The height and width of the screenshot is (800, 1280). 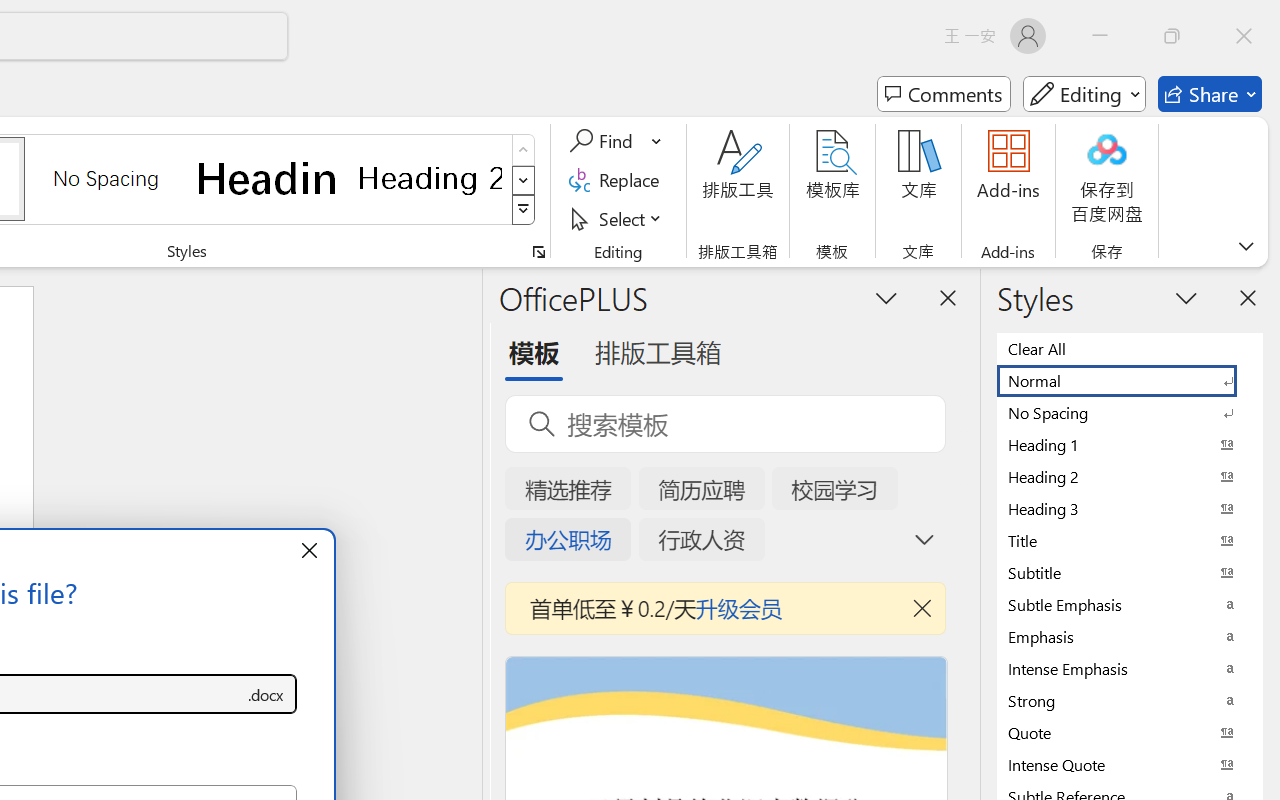 I want to click on 'Subtle Emphasis', so click(x=1130, y=604).